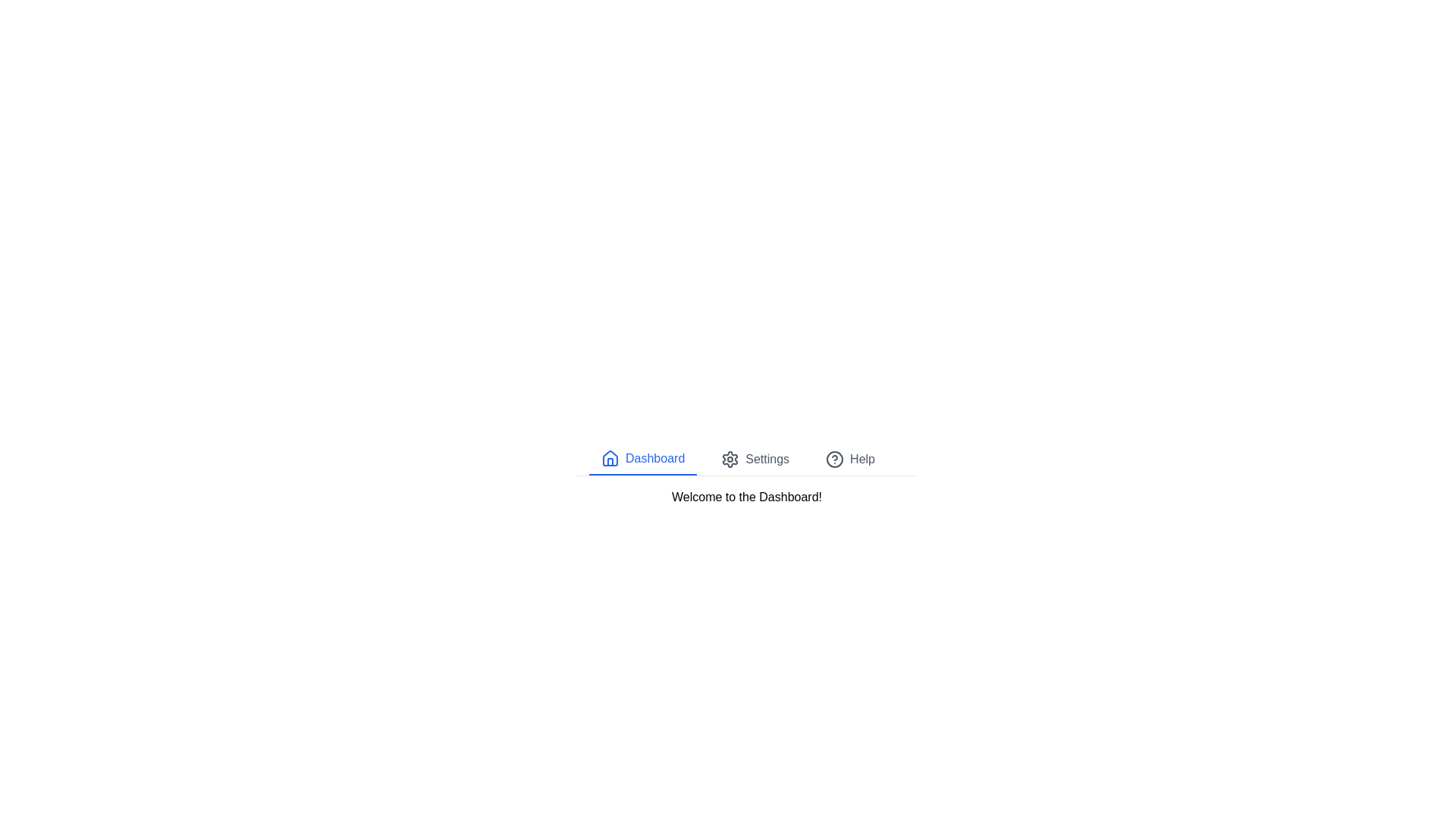 This screenshot has height=819, width=1456. Describe the element at coordinates (850, 458) in the screenshot. I see `the Help tab to observe its hover effect` at that location.